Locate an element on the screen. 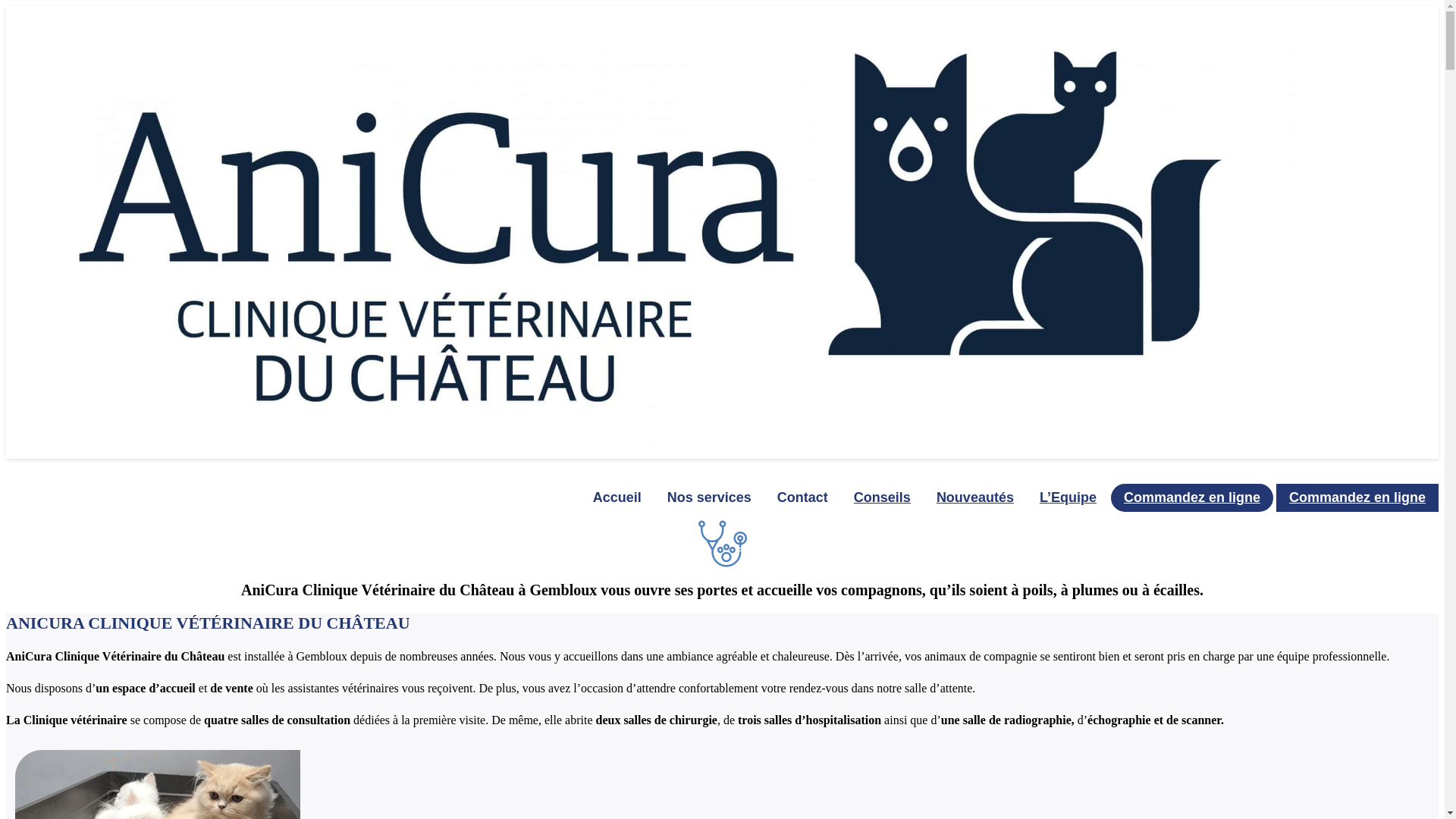 The height and width of the screenshot is (819, 1456). 'Conseils' is located at coordinates (882, 497).